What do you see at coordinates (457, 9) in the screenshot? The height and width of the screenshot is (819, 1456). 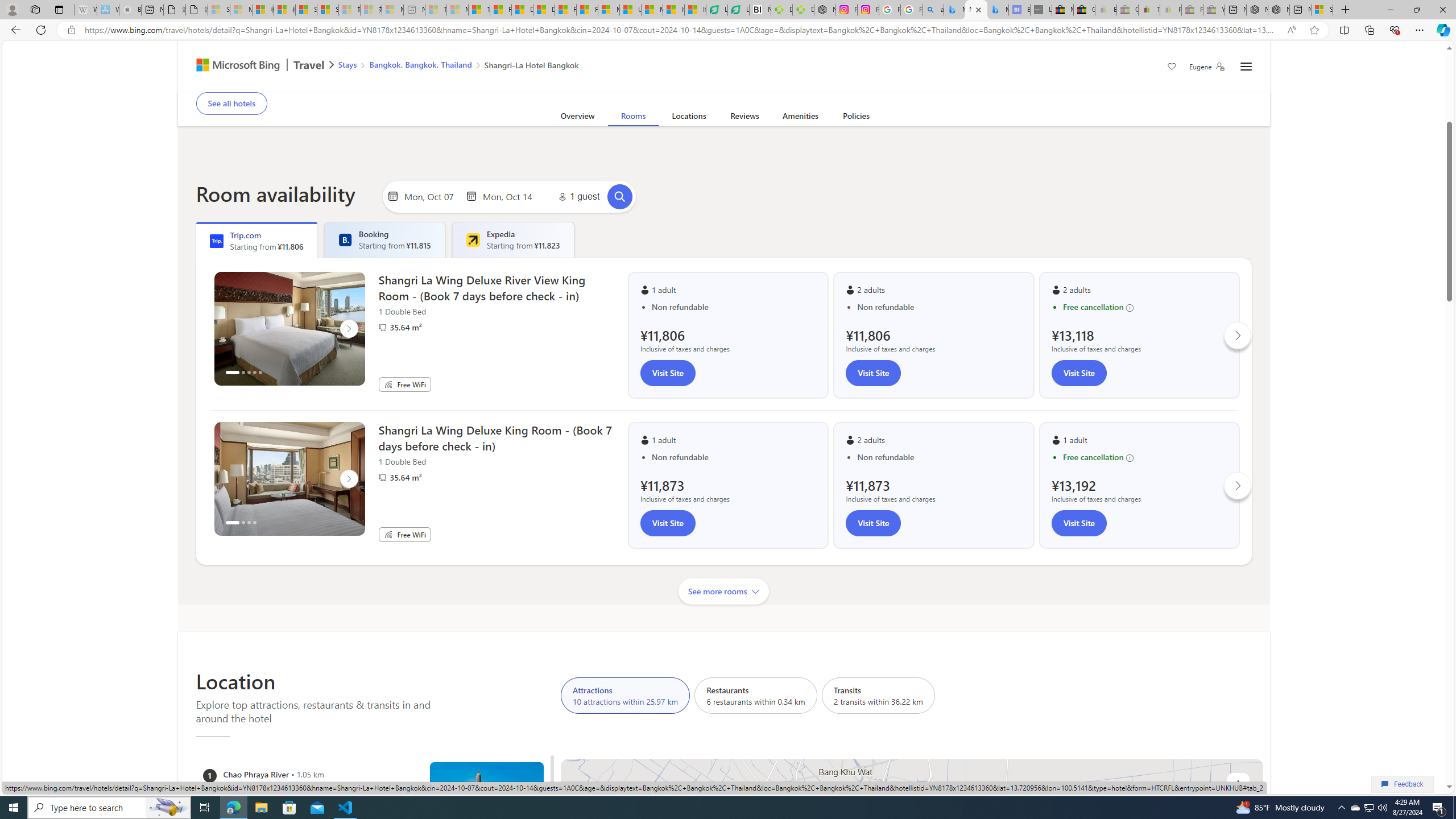 I see `'Marine life - MSN - Sleeping'` at bounding box center [457, 9].